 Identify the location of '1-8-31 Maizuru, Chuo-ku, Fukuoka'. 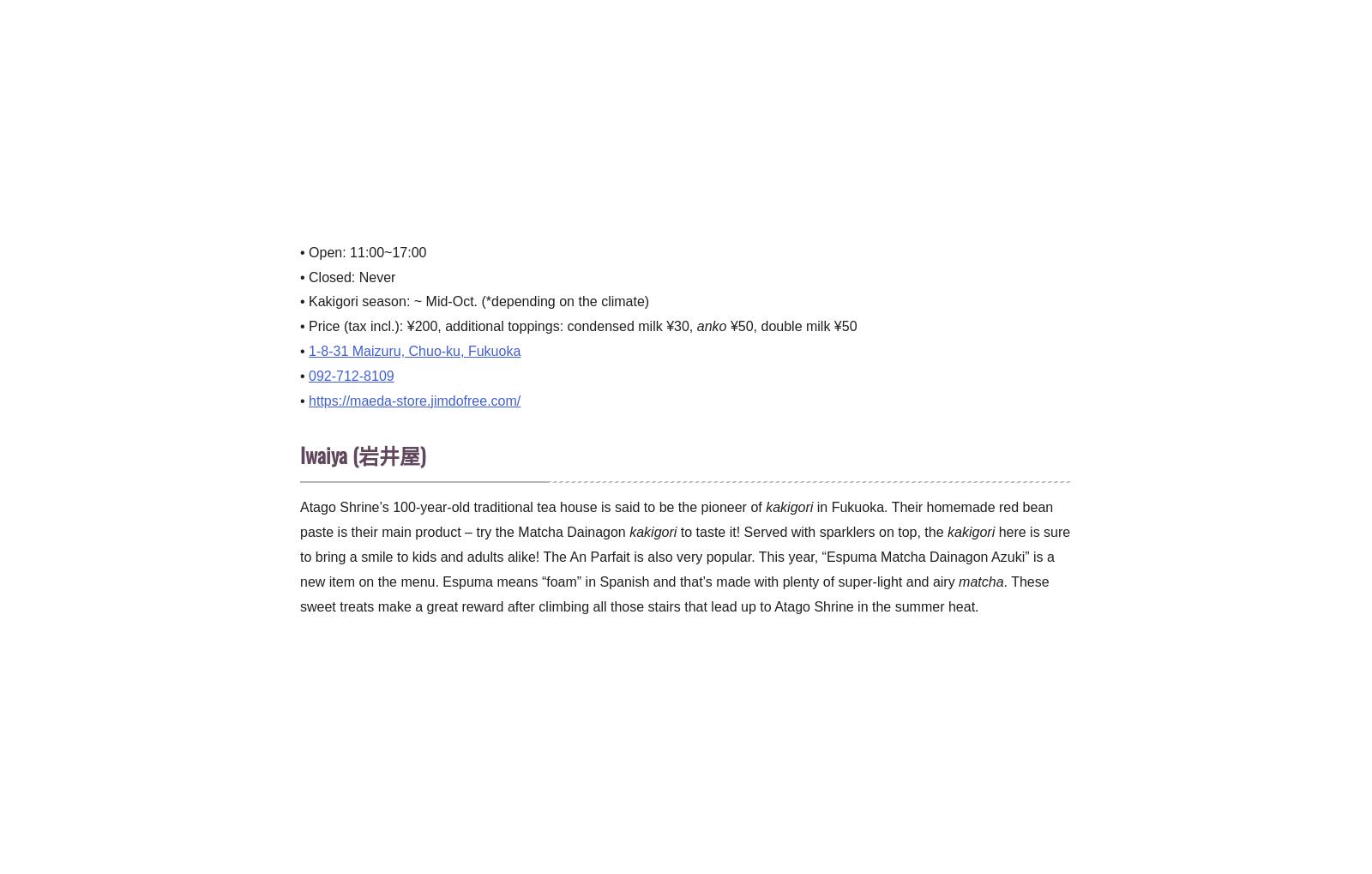
(413, 349).